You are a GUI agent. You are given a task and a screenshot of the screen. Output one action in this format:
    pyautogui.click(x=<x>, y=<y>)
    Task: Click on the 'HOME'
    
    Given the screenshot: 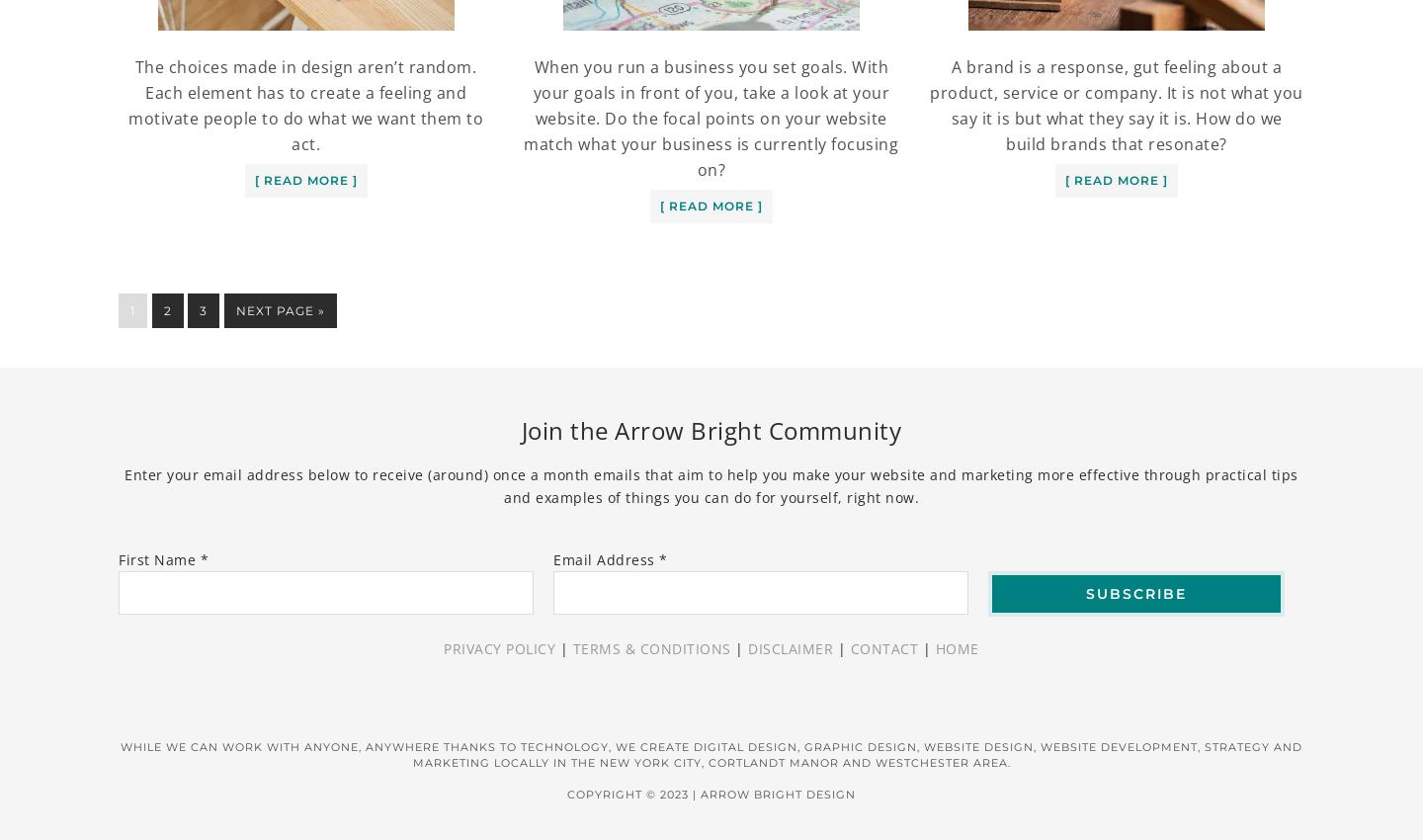 What is the action you would take?
    pyautogui.click(x=934, y=647)
    